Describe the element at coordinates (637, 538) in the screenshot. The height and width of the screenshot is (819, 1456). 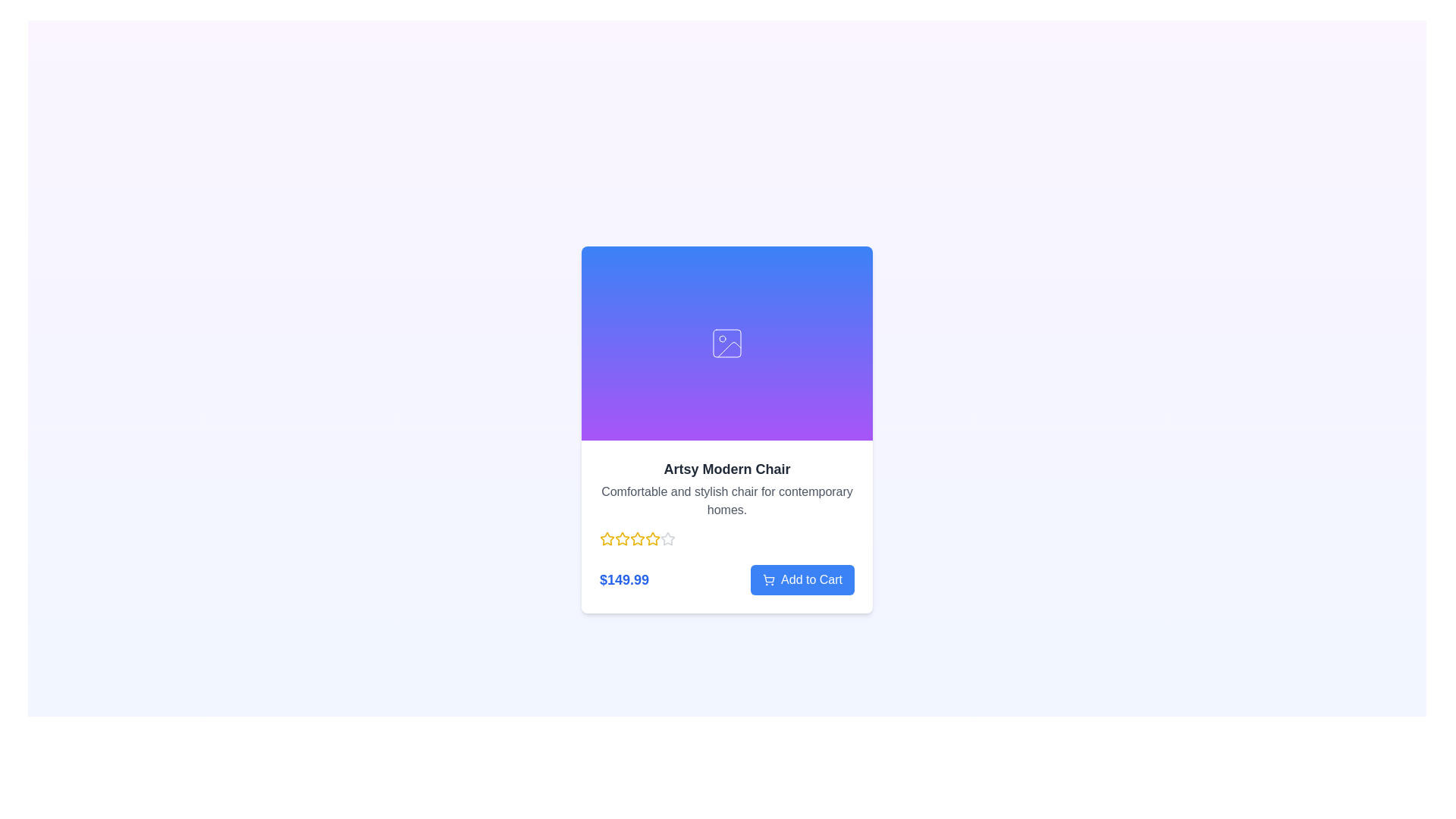
I see `the third yellow star icon with a hollow center in the horizontal row of rating stars located below the product title and description` at that location.